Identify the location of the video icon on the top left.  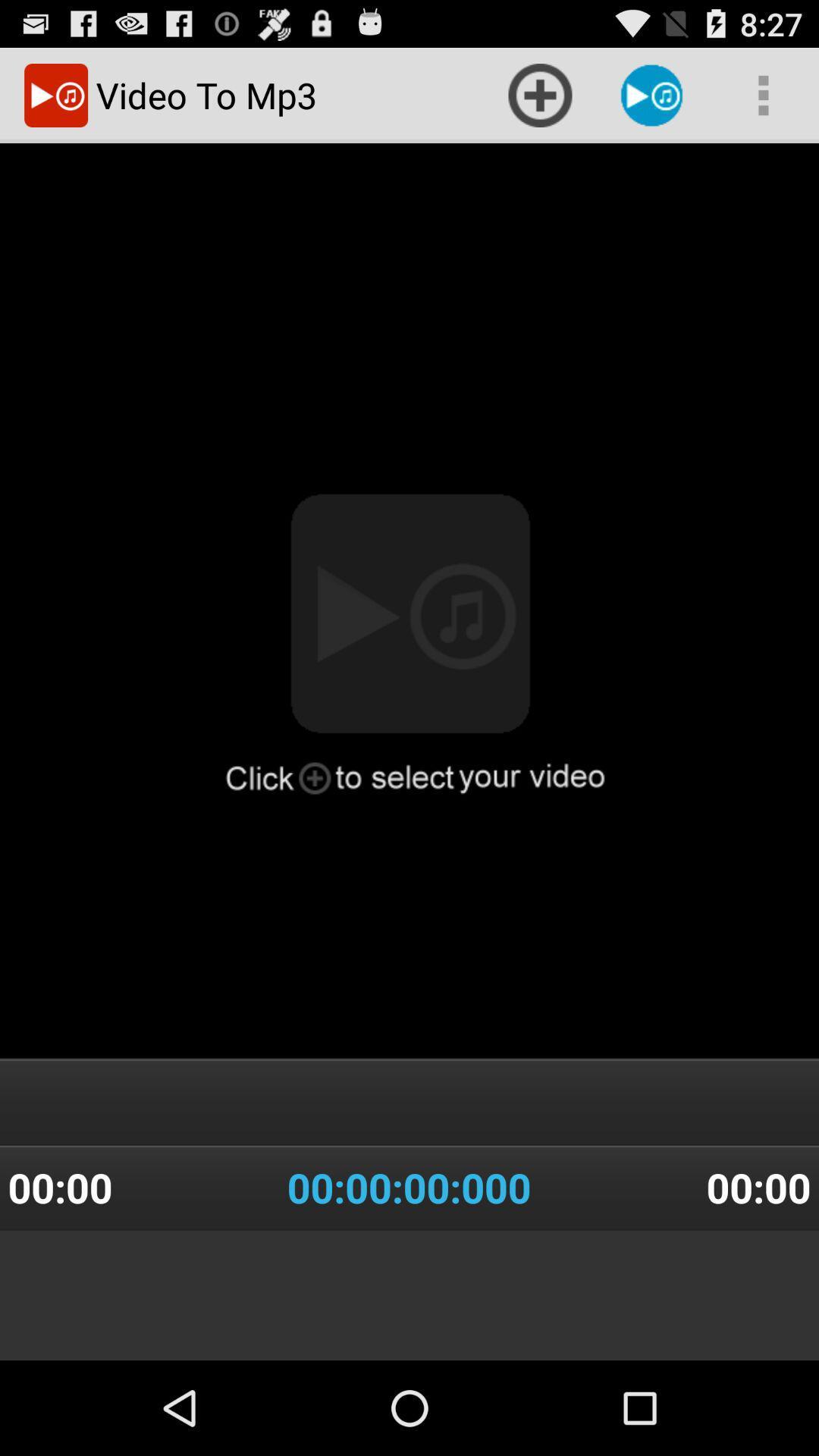
(55, 94).